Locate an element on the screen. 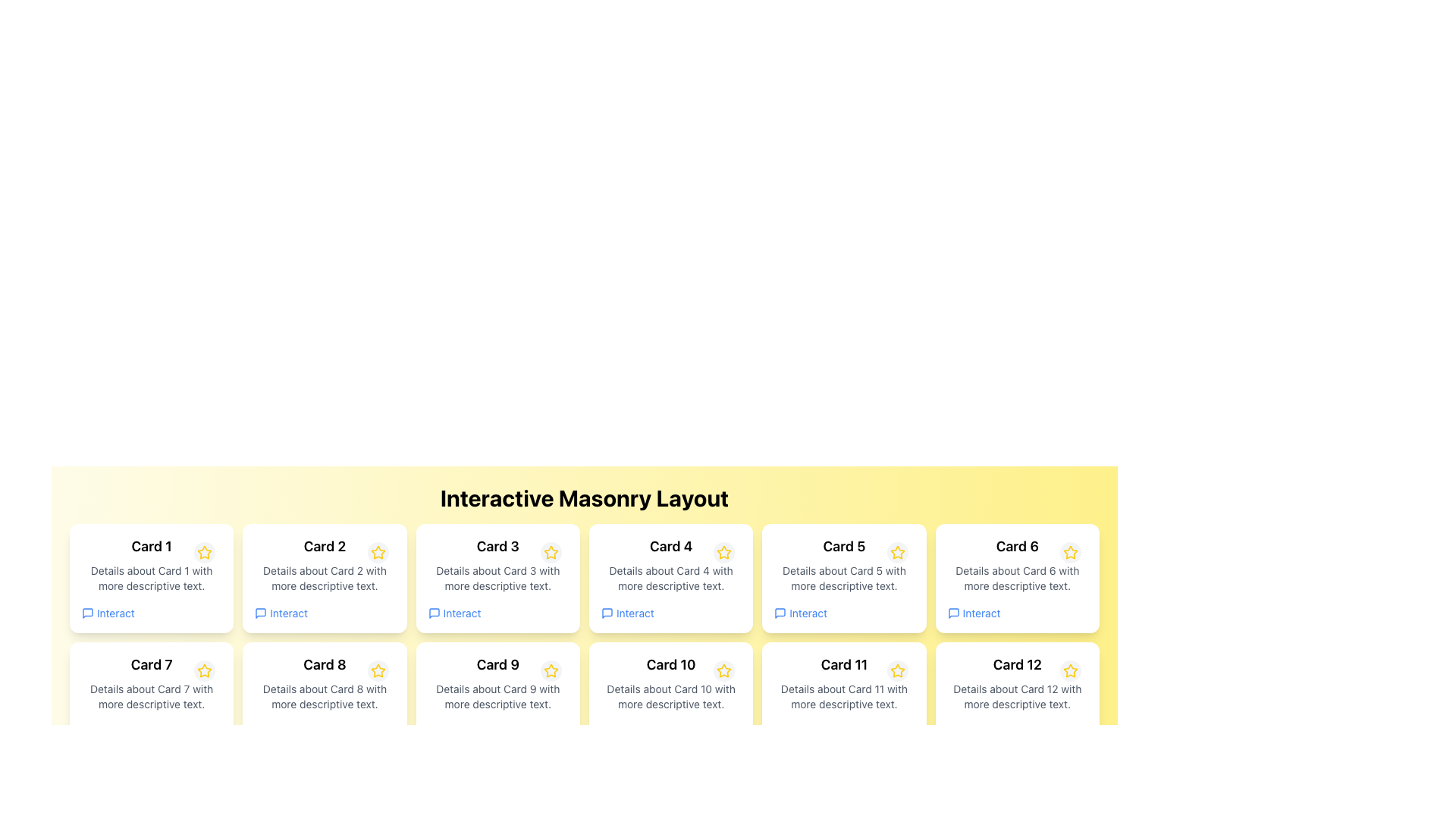  the decorative marker icon located to the right of the title text 'Card 9' within its respective card in the grid layout is located at coordinates (550, 670).